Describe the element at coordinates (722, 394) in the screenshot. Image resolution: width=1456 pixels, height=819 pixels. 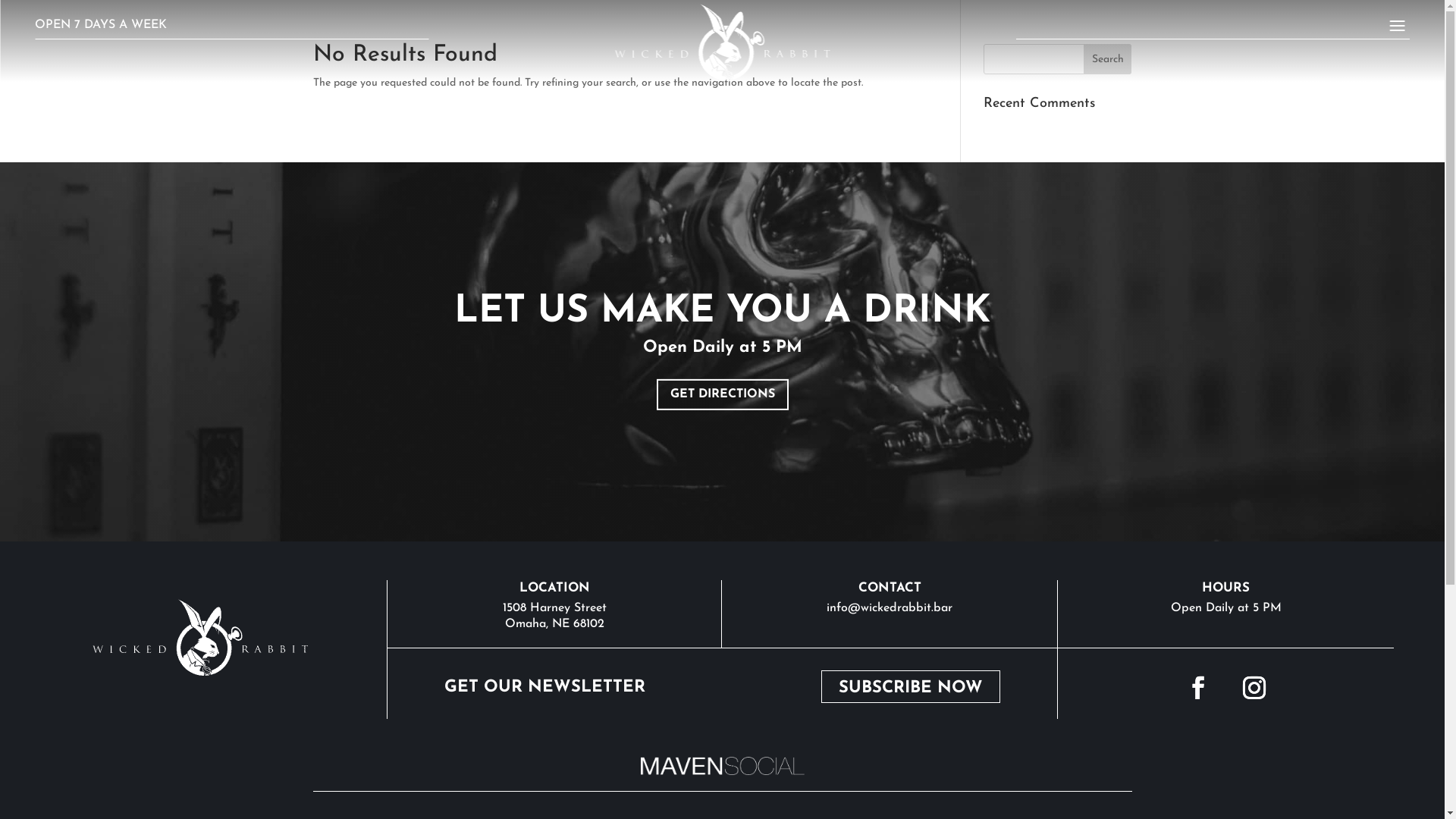
I see `'GET DIRECTIONS'` at that location.